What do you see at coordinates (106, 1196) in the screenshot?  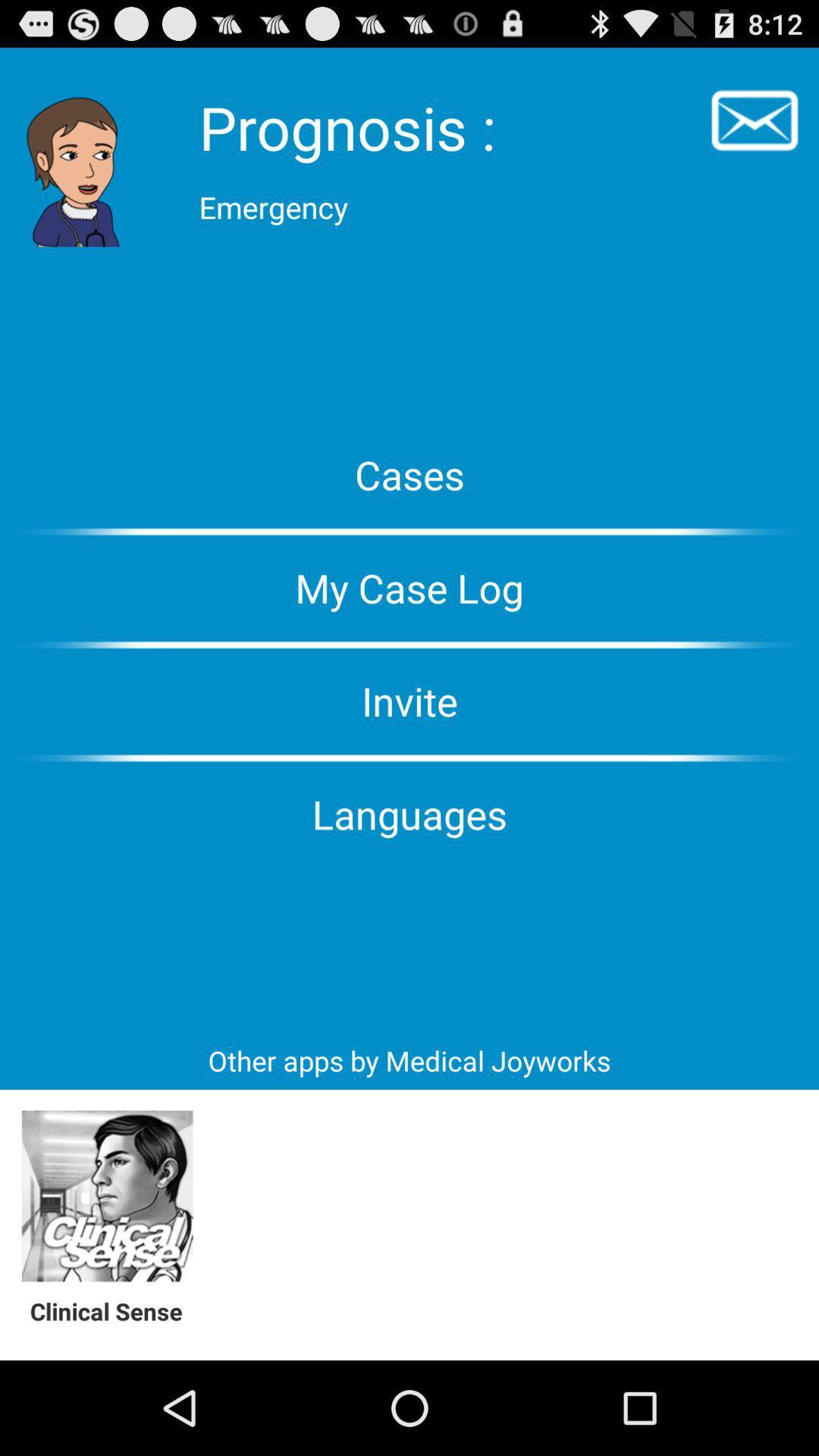 I see `new app information` at bounding box center [106, 1196].